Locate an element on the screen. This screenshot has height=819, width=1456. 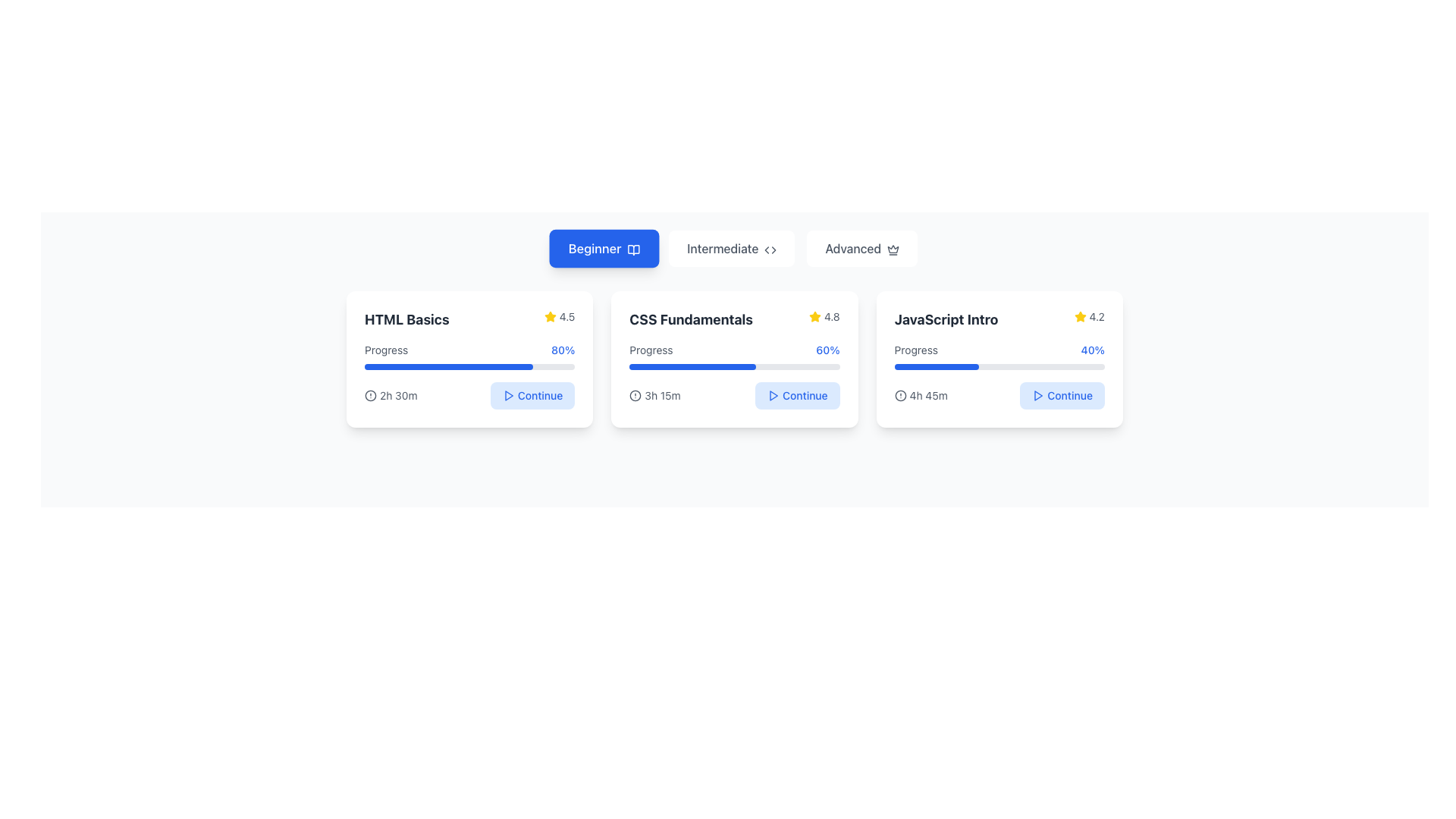
the decorative crown icon located in the center-right of the 'Advanced' button, which indicates a premium feature is located at coordinates (893, 249).